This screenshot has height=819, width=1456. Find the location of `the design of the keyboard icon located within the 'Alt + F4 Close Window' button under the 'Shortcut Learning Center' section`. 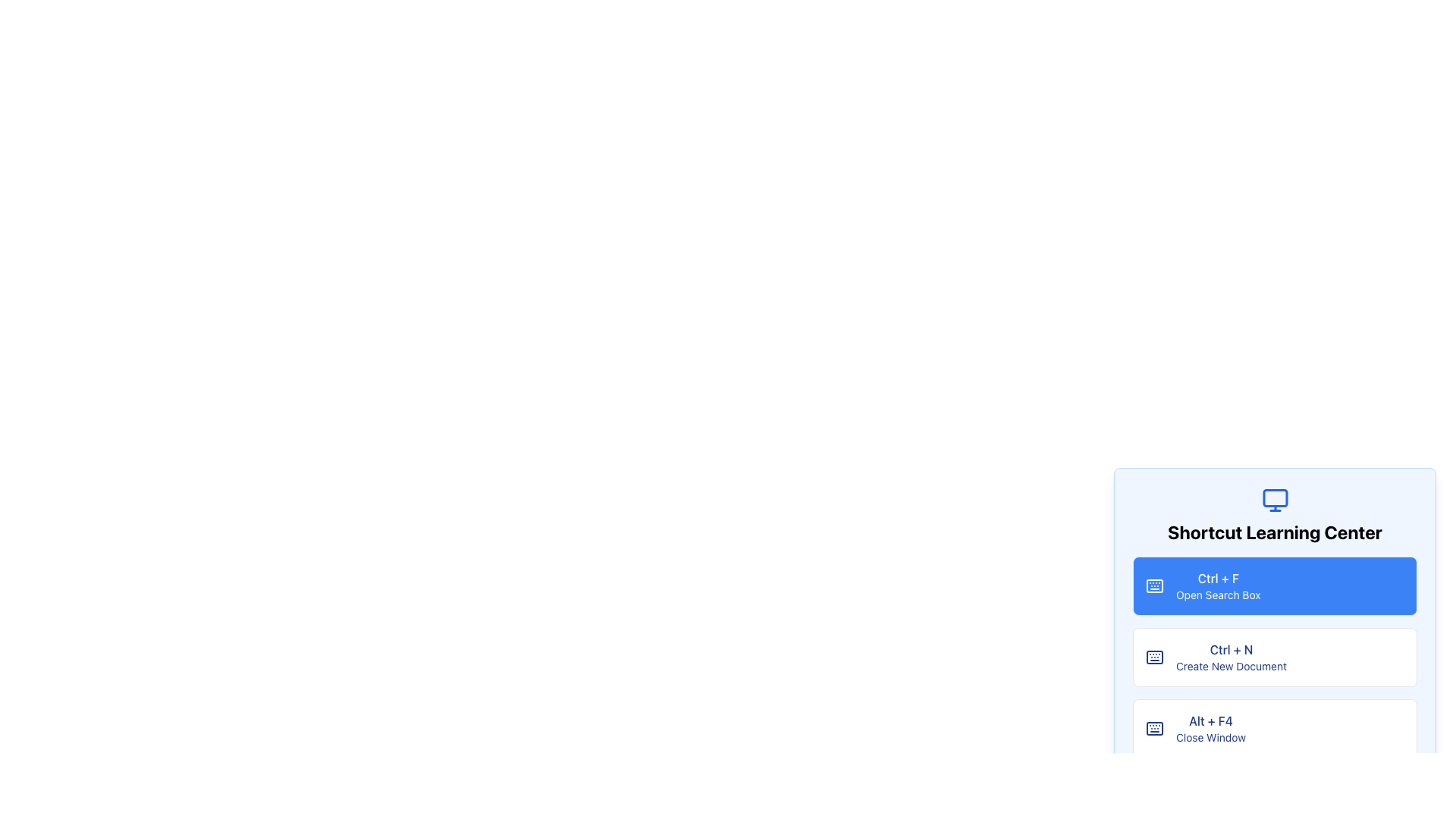

the design of the keyboard icon located within the 'Alt + F4 Close Window' button under the 'Shortcut Learning Center' section is located at coordinates (1153, 727).